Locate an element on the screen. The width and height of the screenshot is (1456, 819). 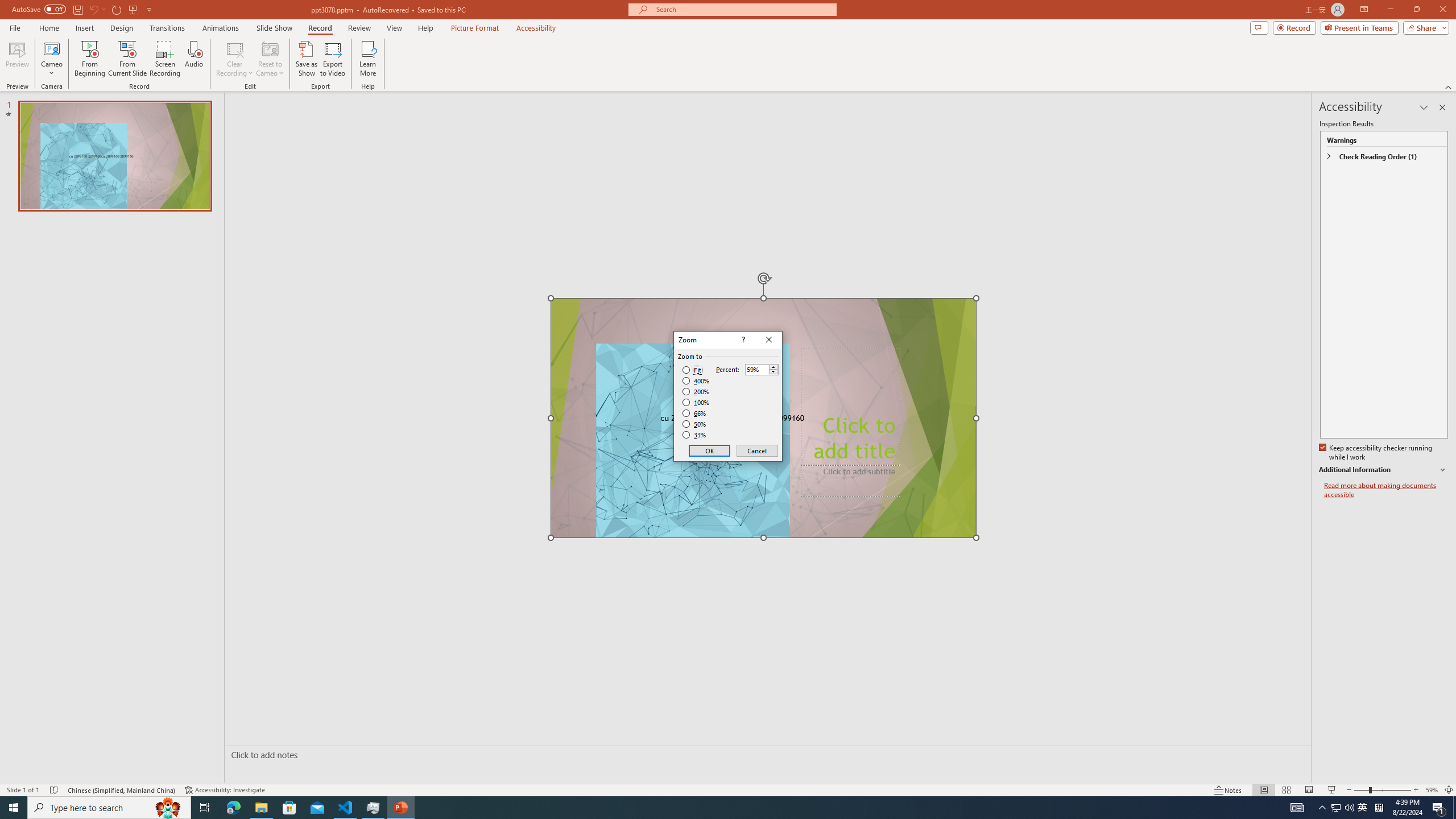
'Search highlights icon opens search home window' is located at coordinates (167, 806).